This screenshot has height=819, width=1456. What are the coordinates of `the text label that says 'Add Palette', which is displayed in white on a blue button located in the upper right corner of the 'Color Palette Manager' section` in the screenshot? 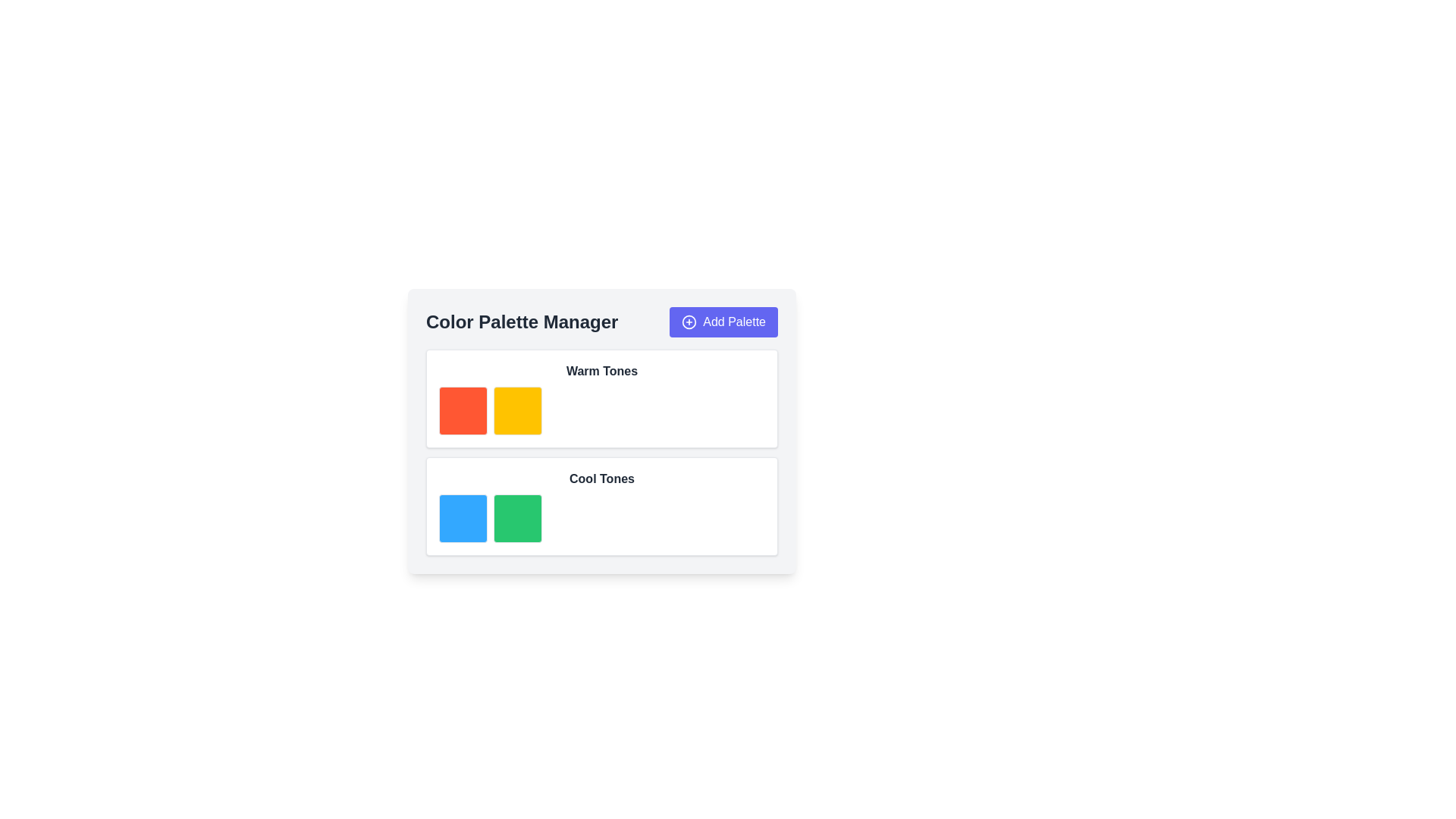 It's located at (734, 321).